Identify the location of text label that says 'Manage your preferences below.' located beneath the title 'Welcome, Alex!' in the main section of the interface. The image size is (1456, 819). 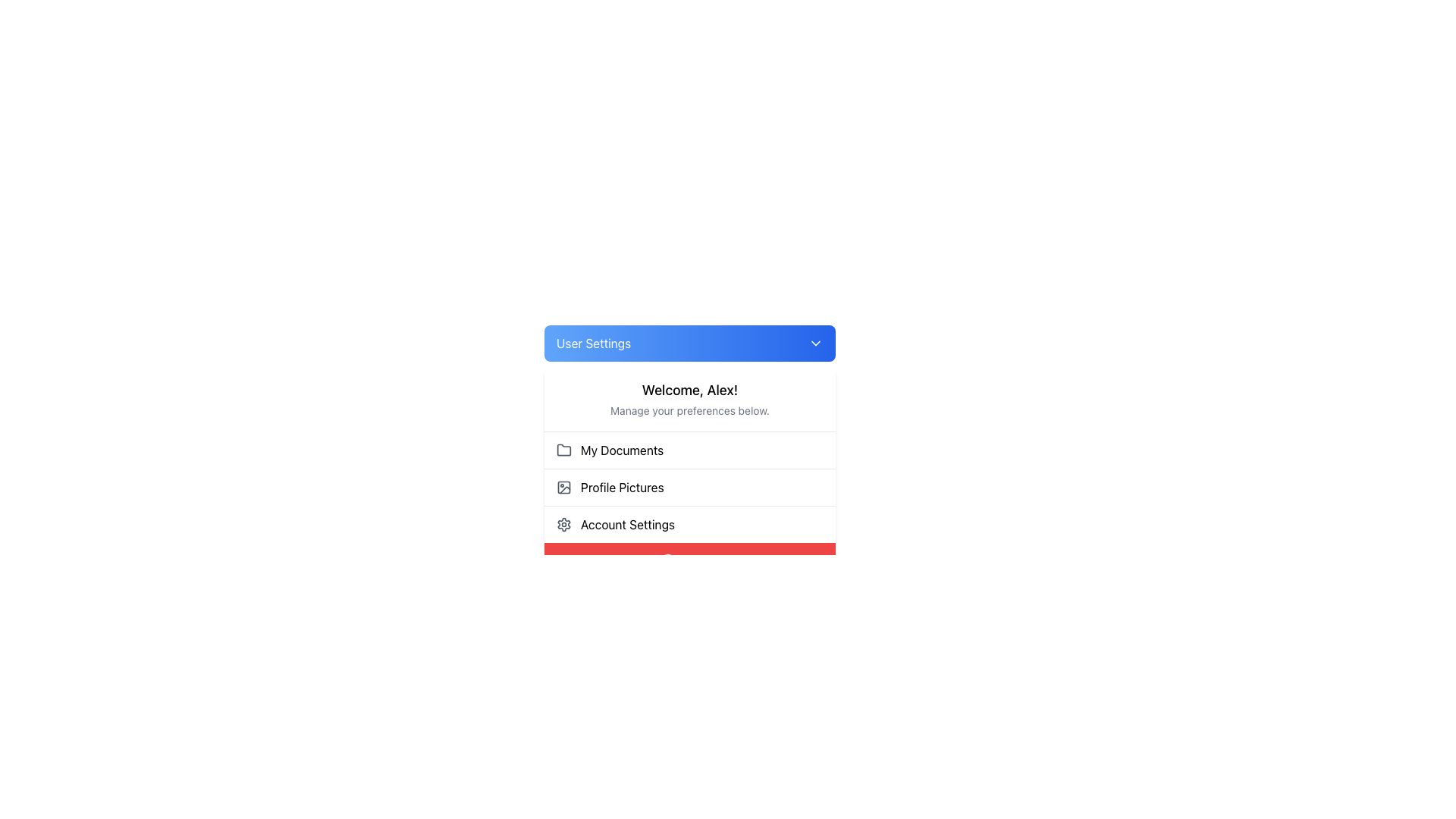
(689, 410).